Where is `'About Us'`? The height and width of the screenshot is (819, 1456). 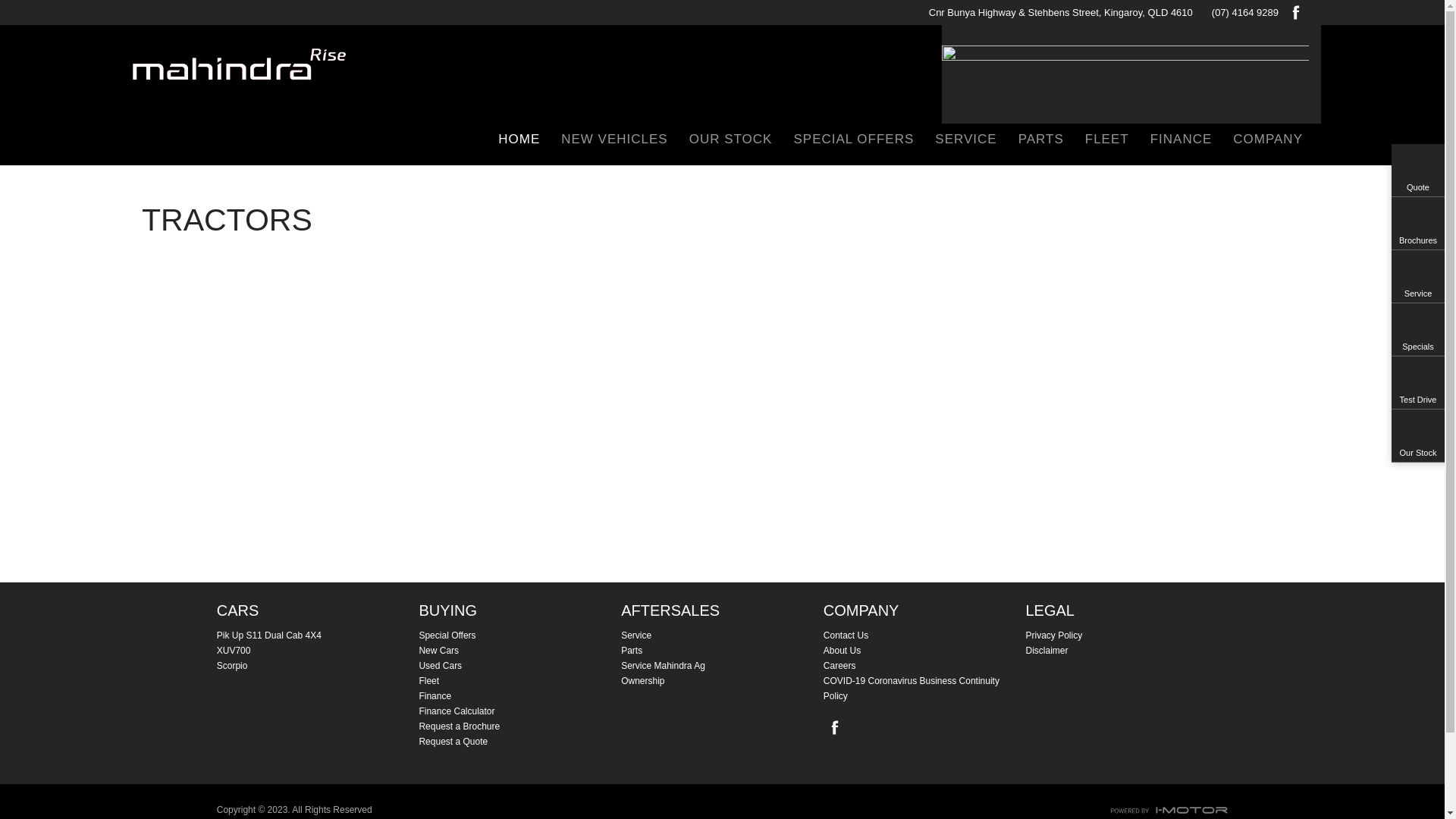
'About Us' is located at coordinates (822, 649).